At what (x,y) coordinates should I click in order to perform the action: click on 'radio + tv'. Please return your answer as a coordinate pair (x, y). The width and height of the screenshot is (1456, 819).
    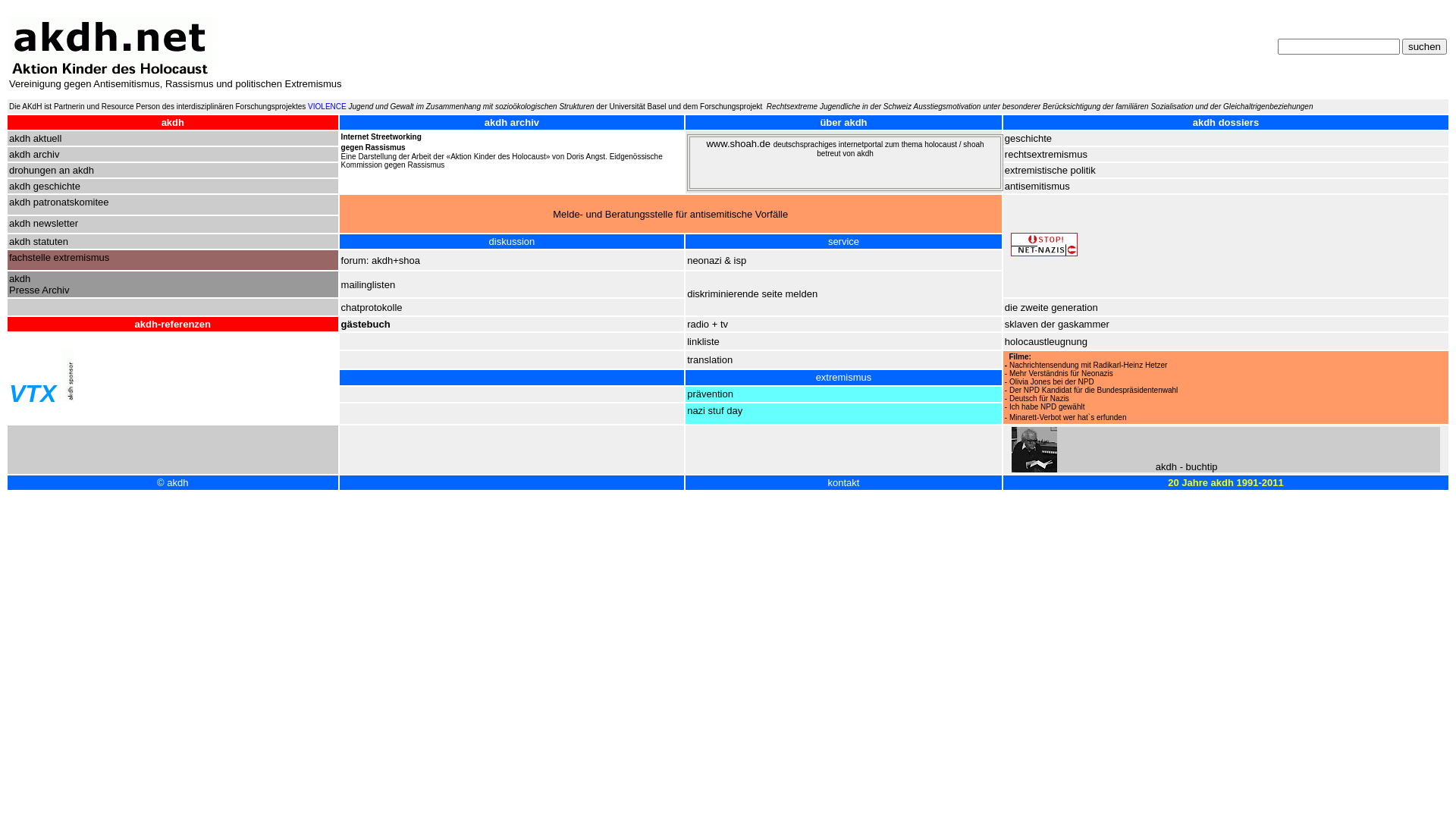
    Looking at the image, I should click on (706, 323).